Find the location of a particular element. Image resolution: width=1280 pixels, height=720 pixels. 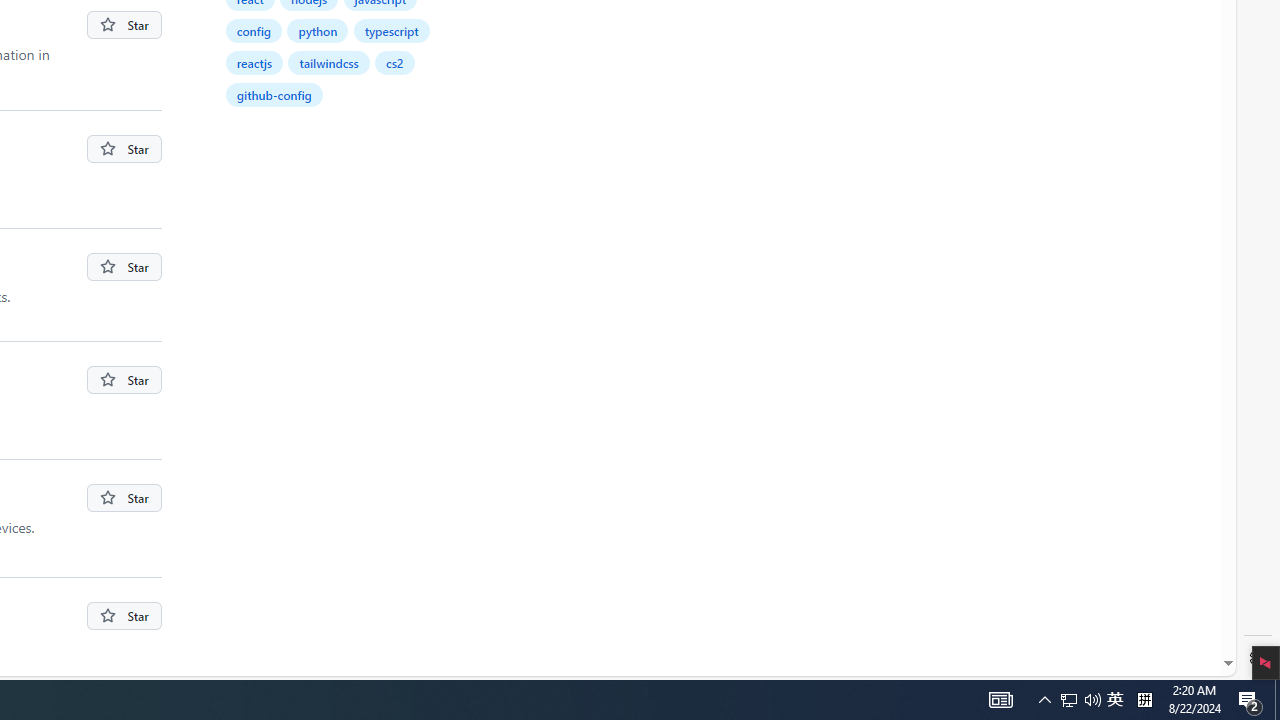

'reactjs' is located at coordinates (253, 61).